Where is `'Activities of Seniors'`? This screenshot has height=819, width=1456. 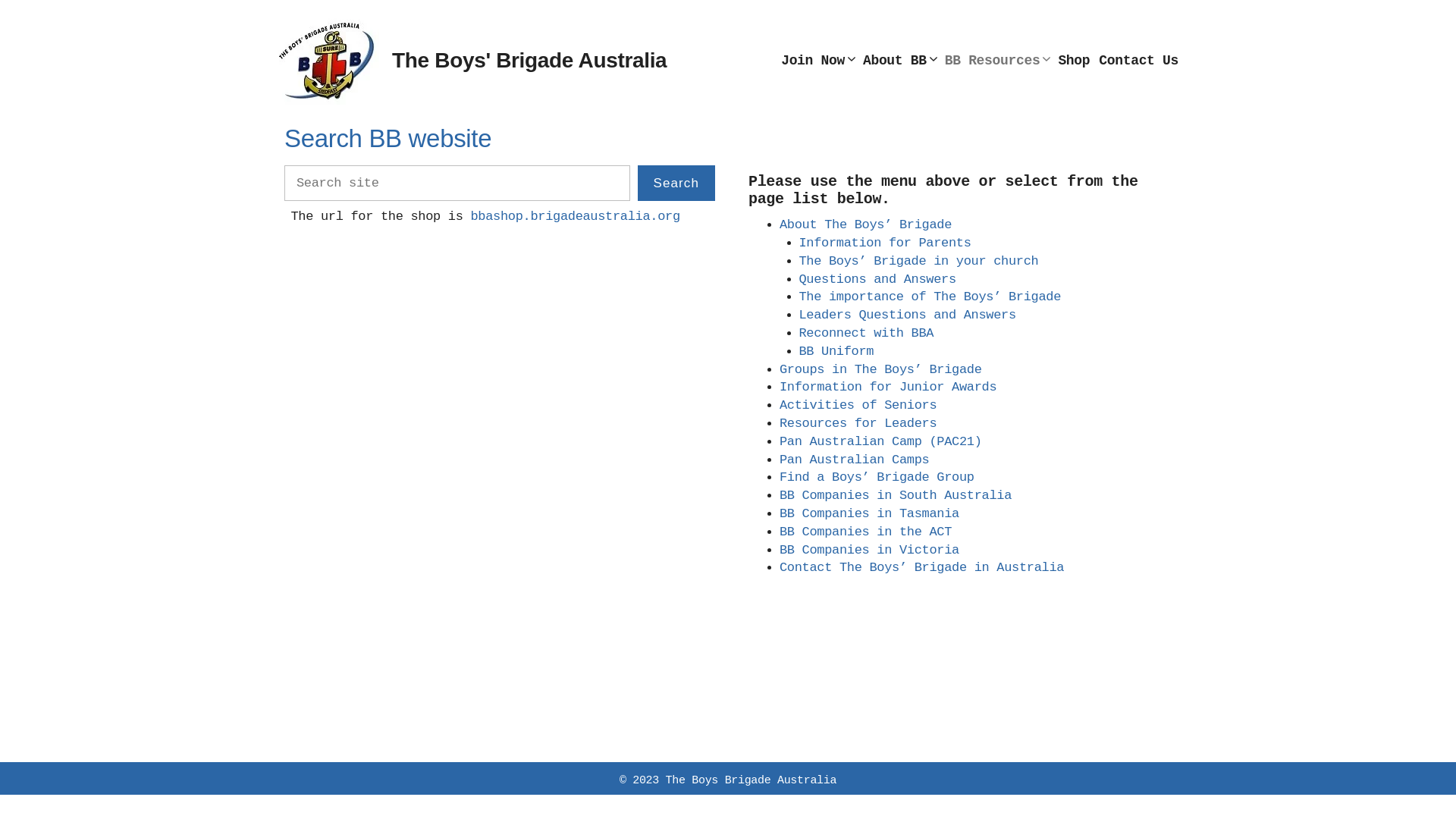 'Activities of Seniors' is located at coordinates (858, 404).